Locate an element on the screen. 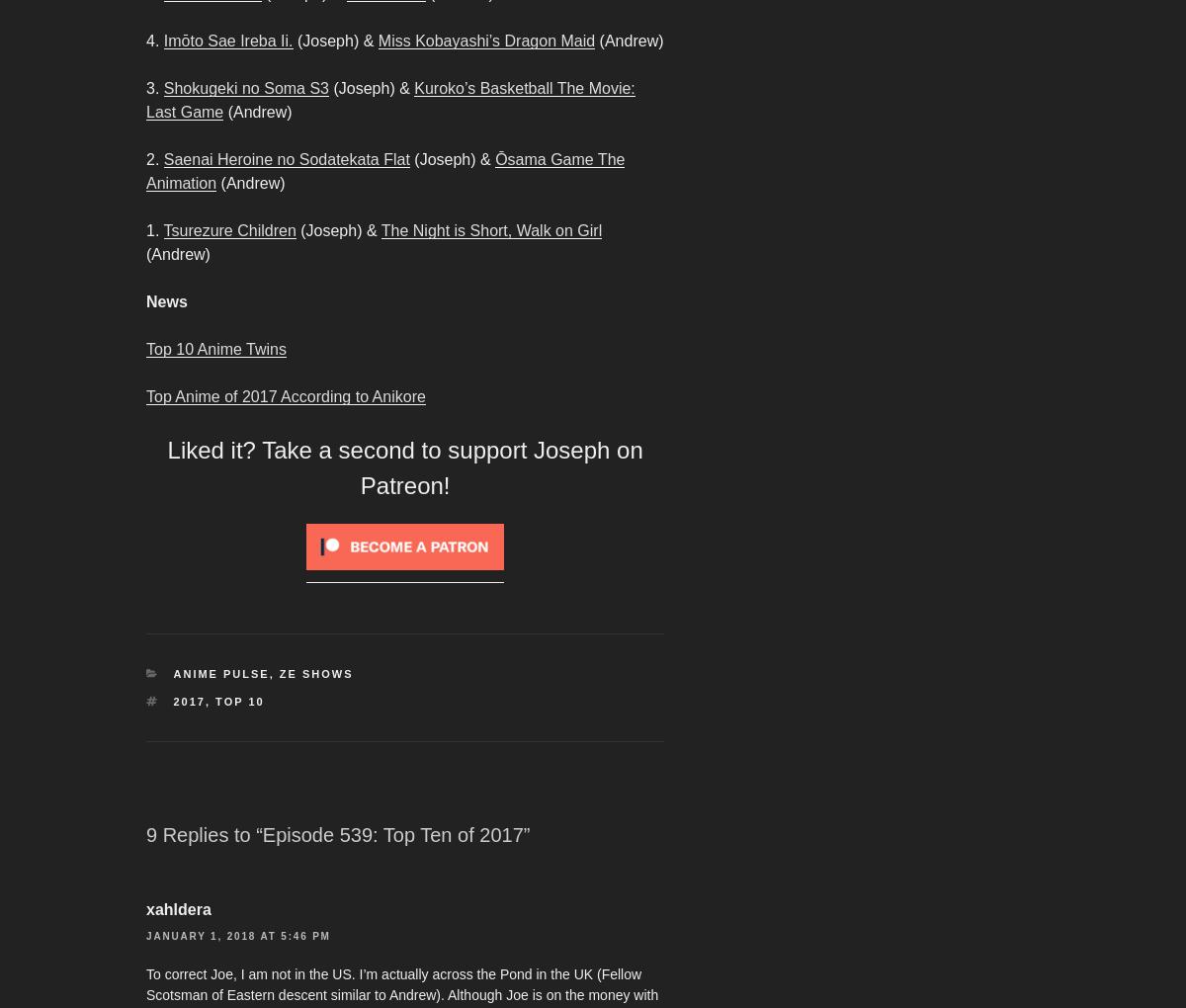  'Top Anime of 2017 According to Anikore' is located at coordinates (284, 396).